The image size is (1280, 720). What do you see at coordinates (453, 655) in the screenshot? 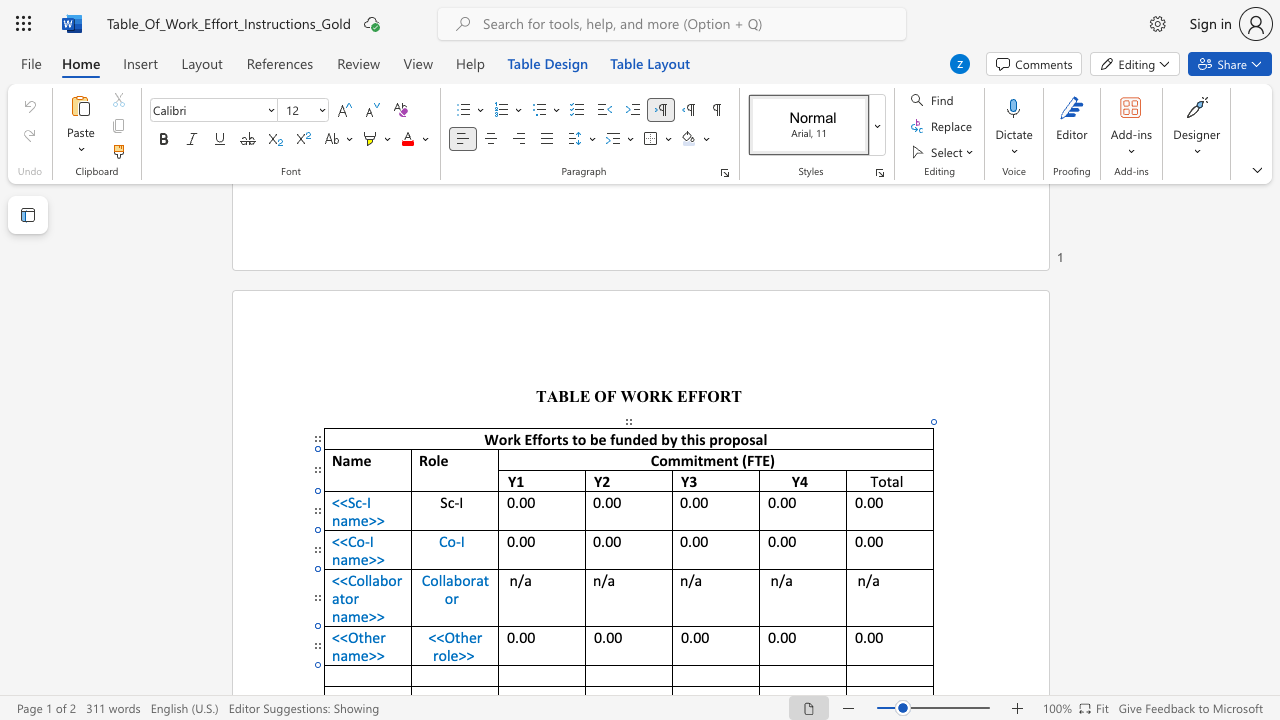
I see `the 2th character "e" in the text` at bounding box center [453, 655].